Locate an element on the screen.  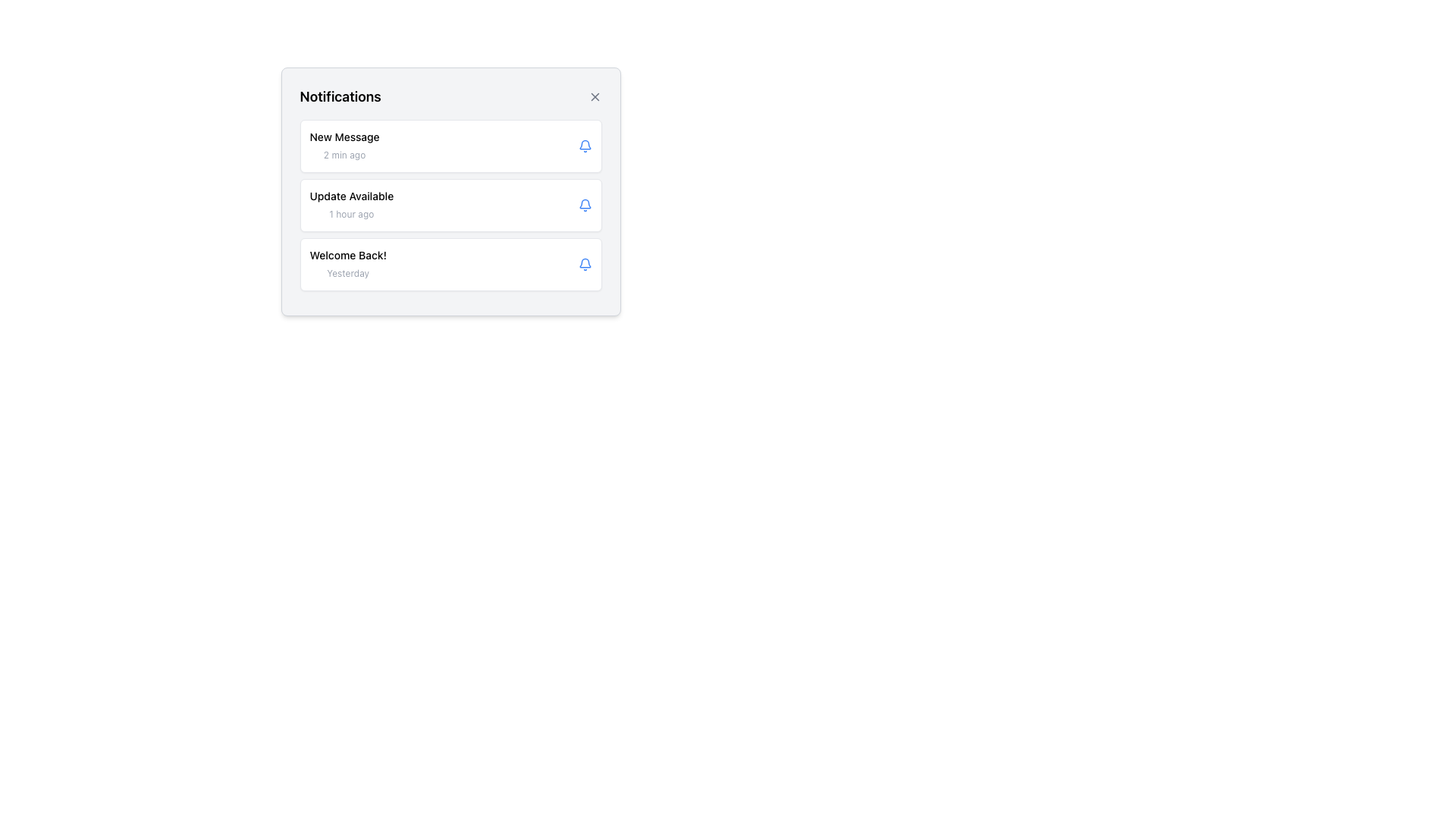
the bell icon SVG element, which serves as a visual indicator for notifications within the 'Welcome Back!' notification row is located at coordinates (584, 262).